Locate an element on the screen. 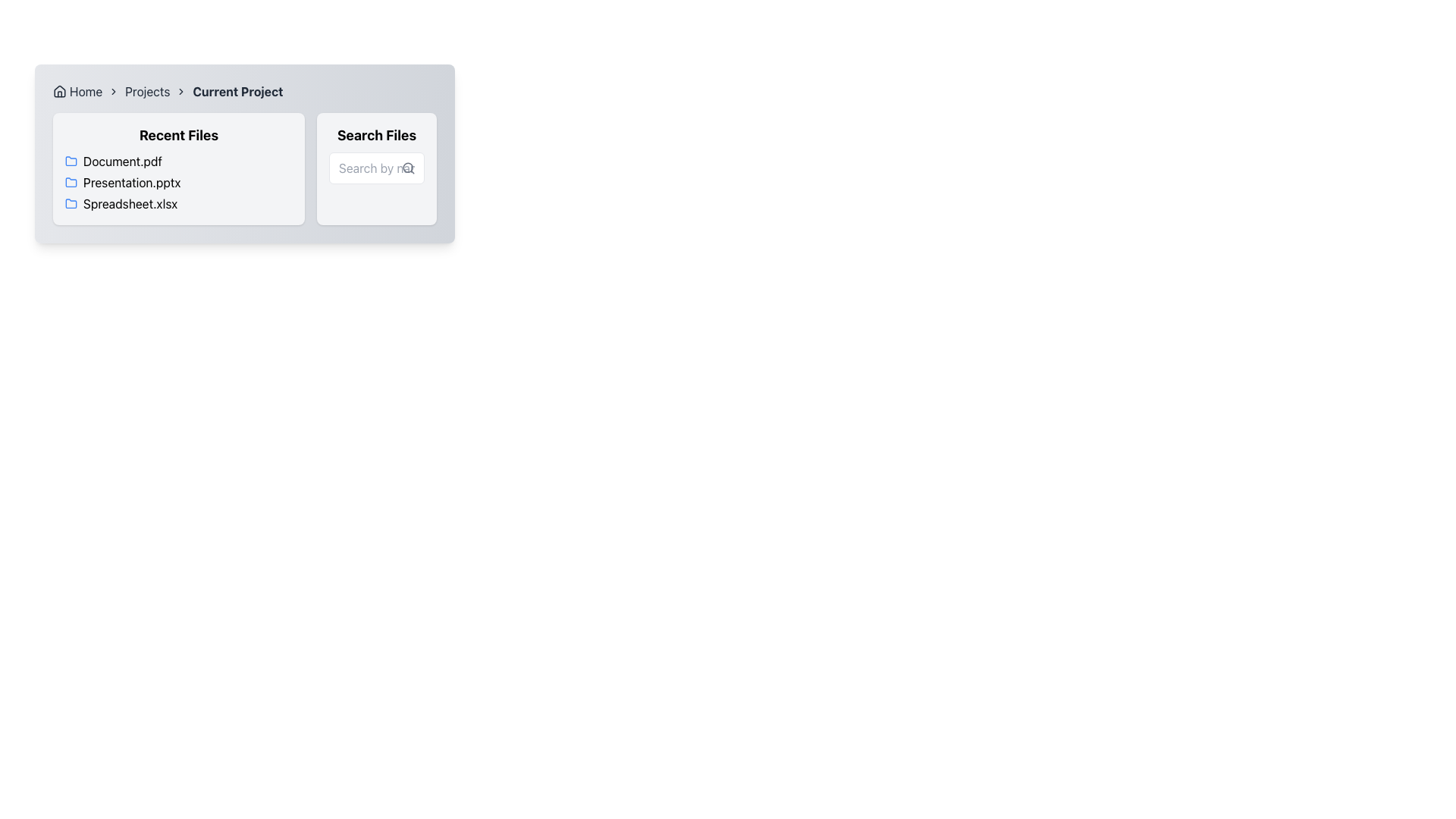 The width and height of the screenshot is (1456, 819). the 'Current Project' text label, which is the final navigational label in the breadcrumb interface, indicating the current location within the application's structure is located at coordinates (237, 91).